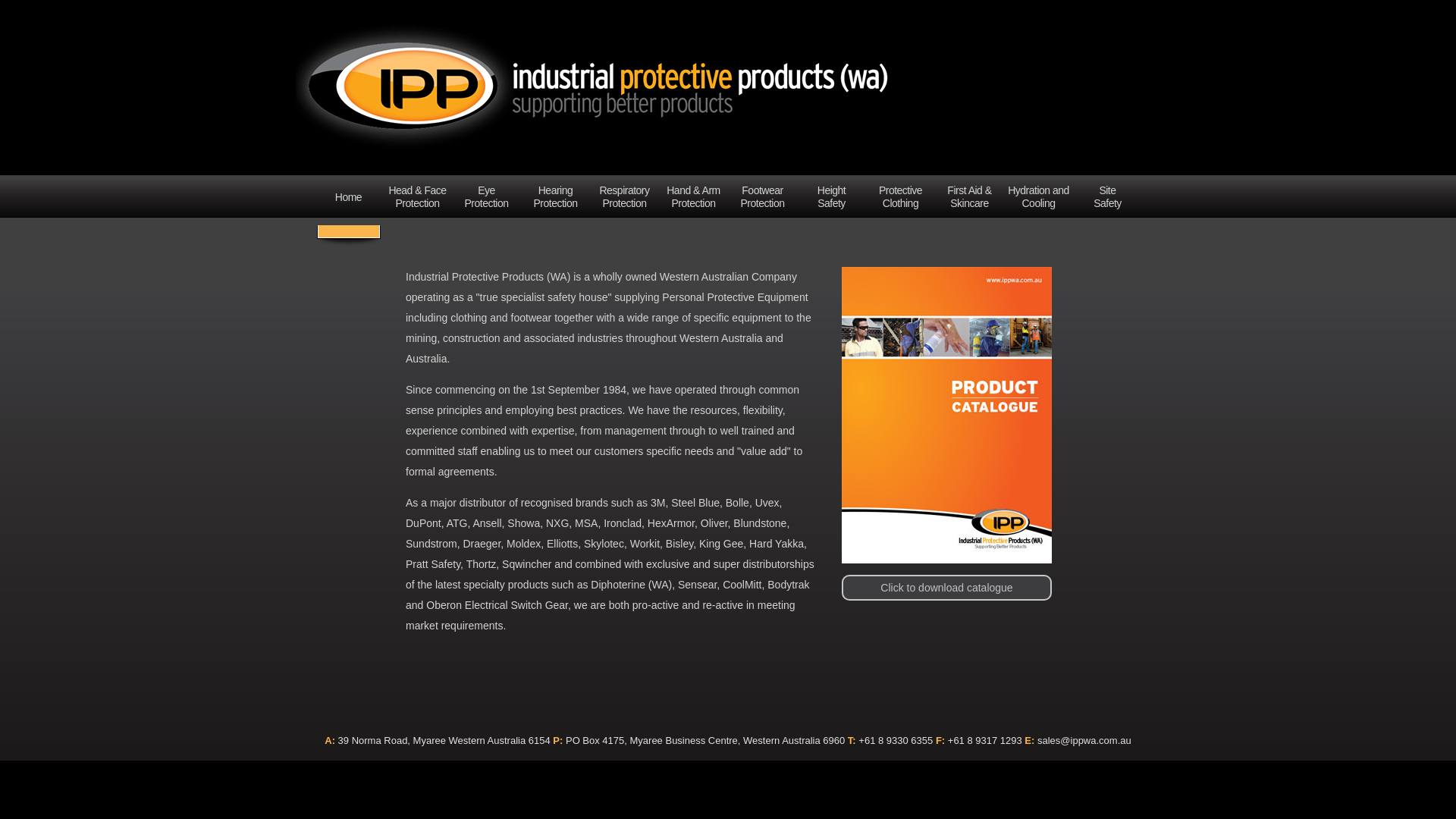  What do you see at coordinates (486, 196) in the screenshot?
I see `'Eye` at bounding box center [486, 196].